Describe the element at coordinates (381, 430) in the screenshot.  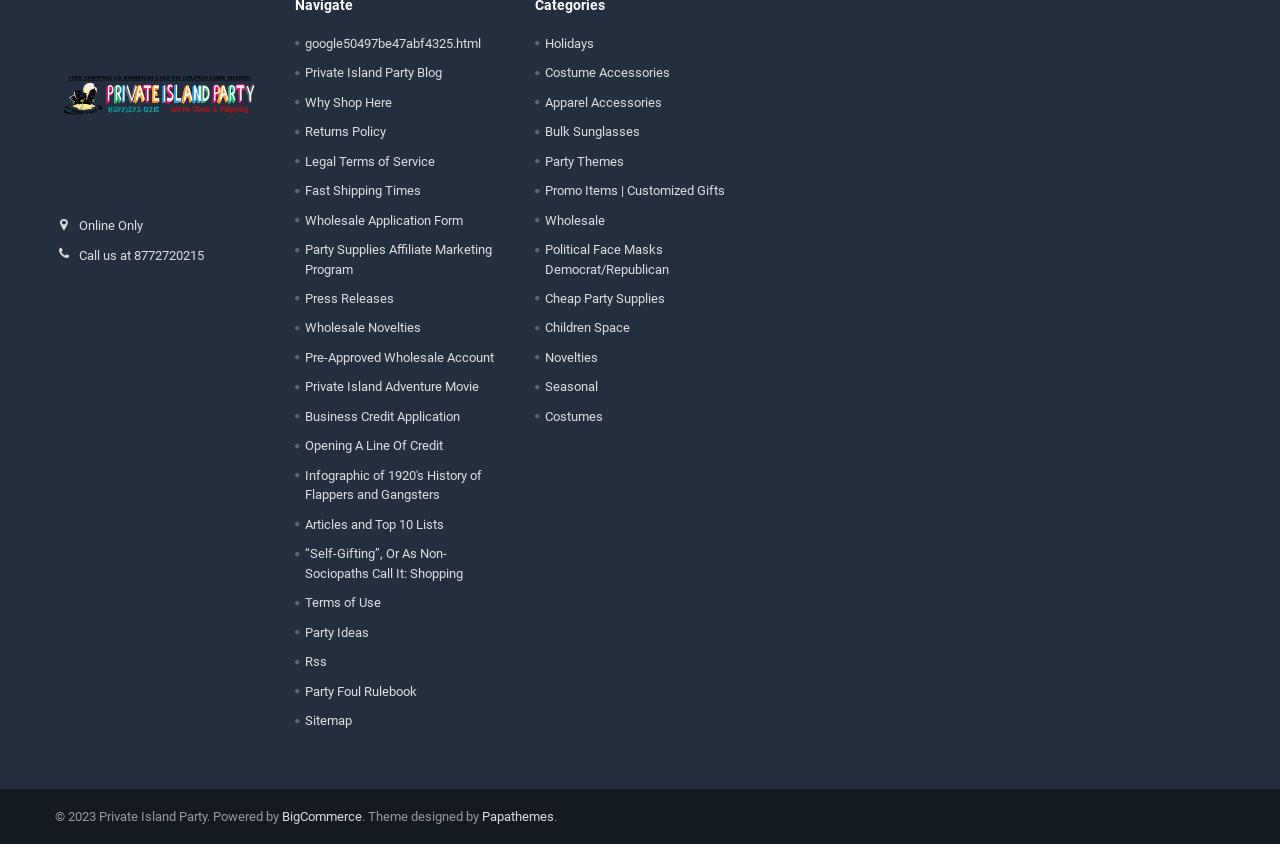
I see `'Business Credit Application'` at that location.